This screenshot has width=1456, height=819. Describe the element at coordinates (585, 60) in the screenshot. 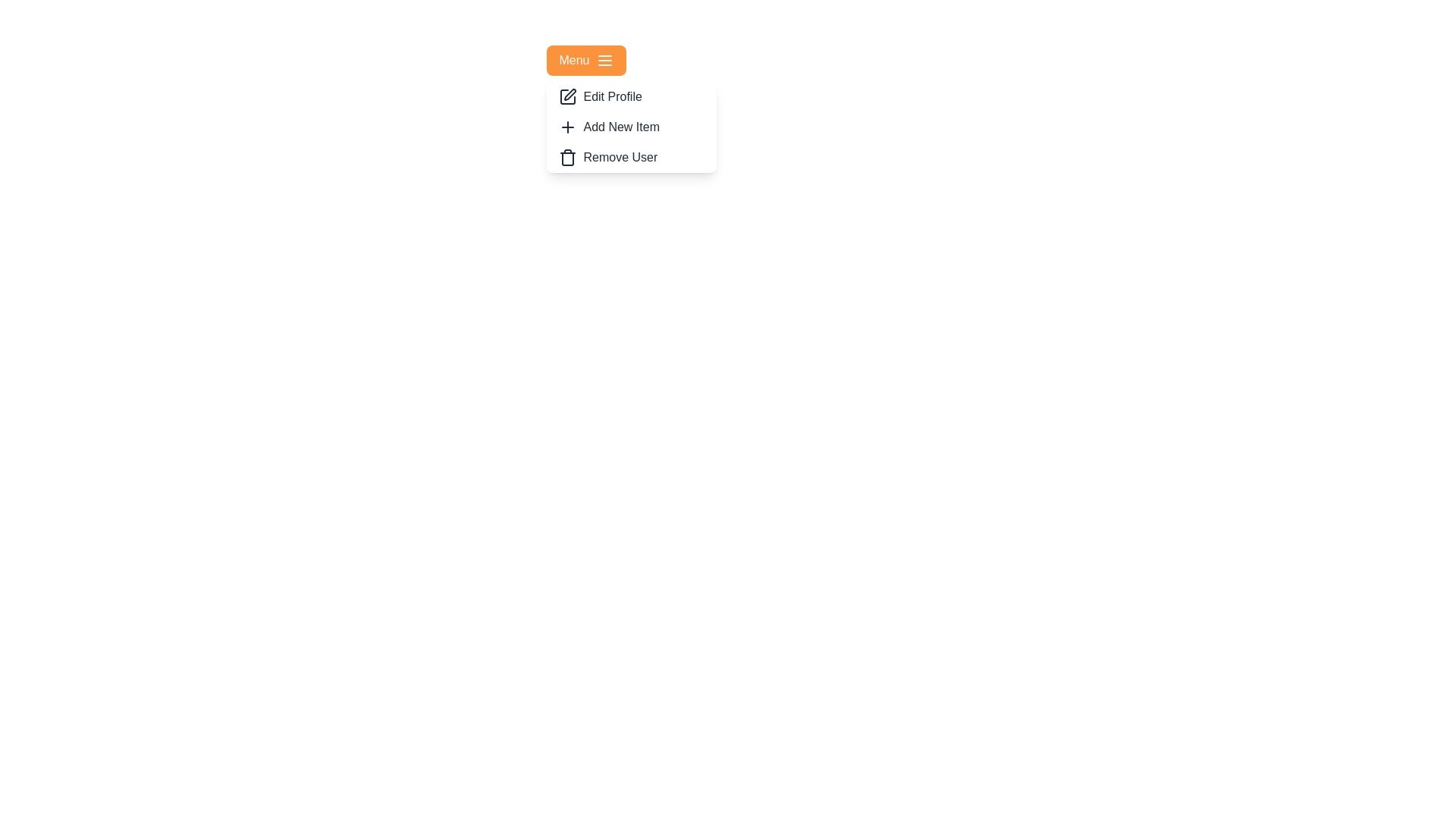

I see `the 'Menu' button to toggle the menu visibility` at that location.